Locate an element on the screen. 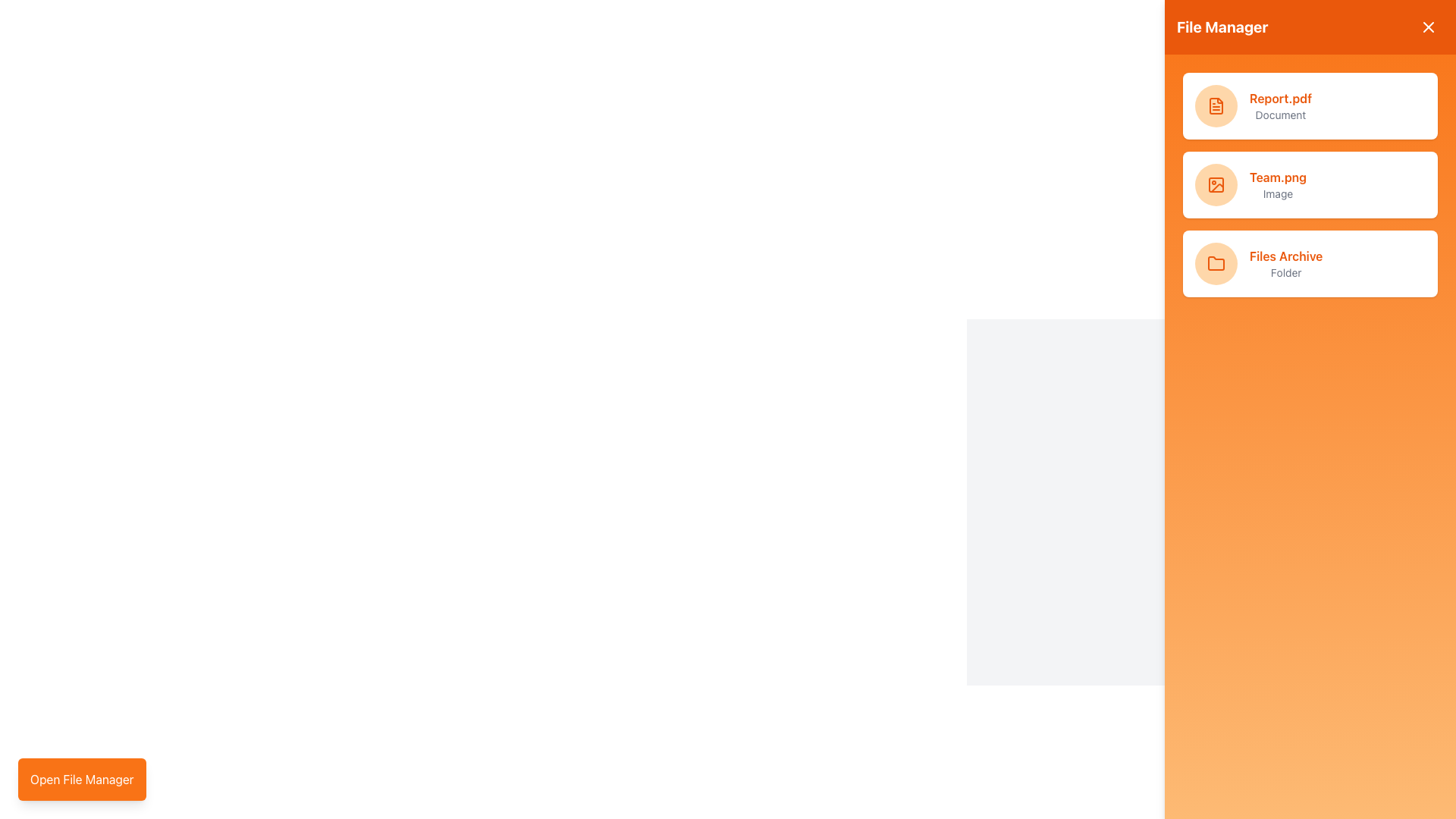 The width and height of the screenshot is (1456, 819). the orange button labeled 'Open File Manager' to observe the color change is located at coordinates (81, 780).